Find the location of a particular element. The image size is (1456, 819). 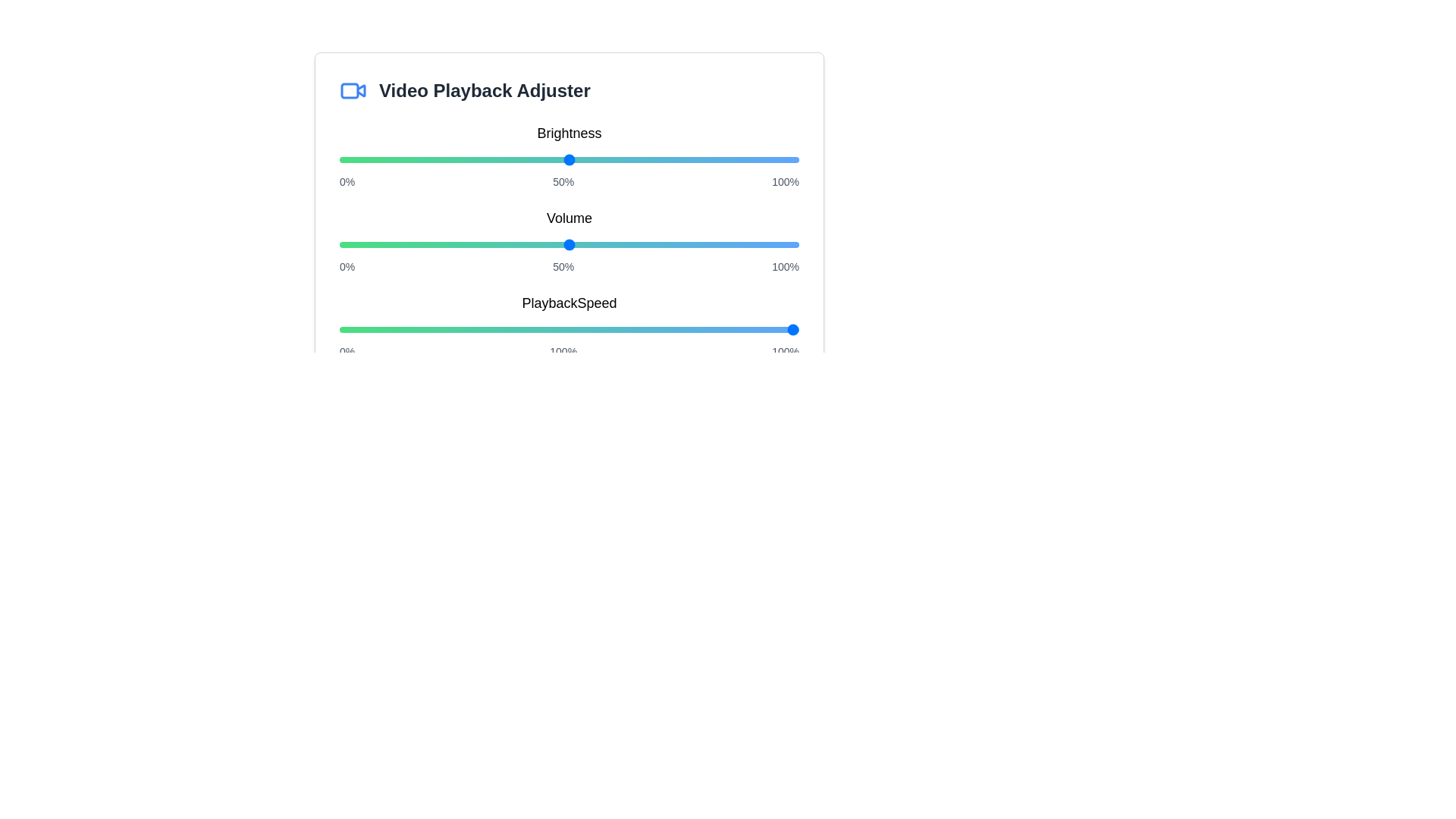

the playback speed slider to 23% is located at coordinates (444, 329).